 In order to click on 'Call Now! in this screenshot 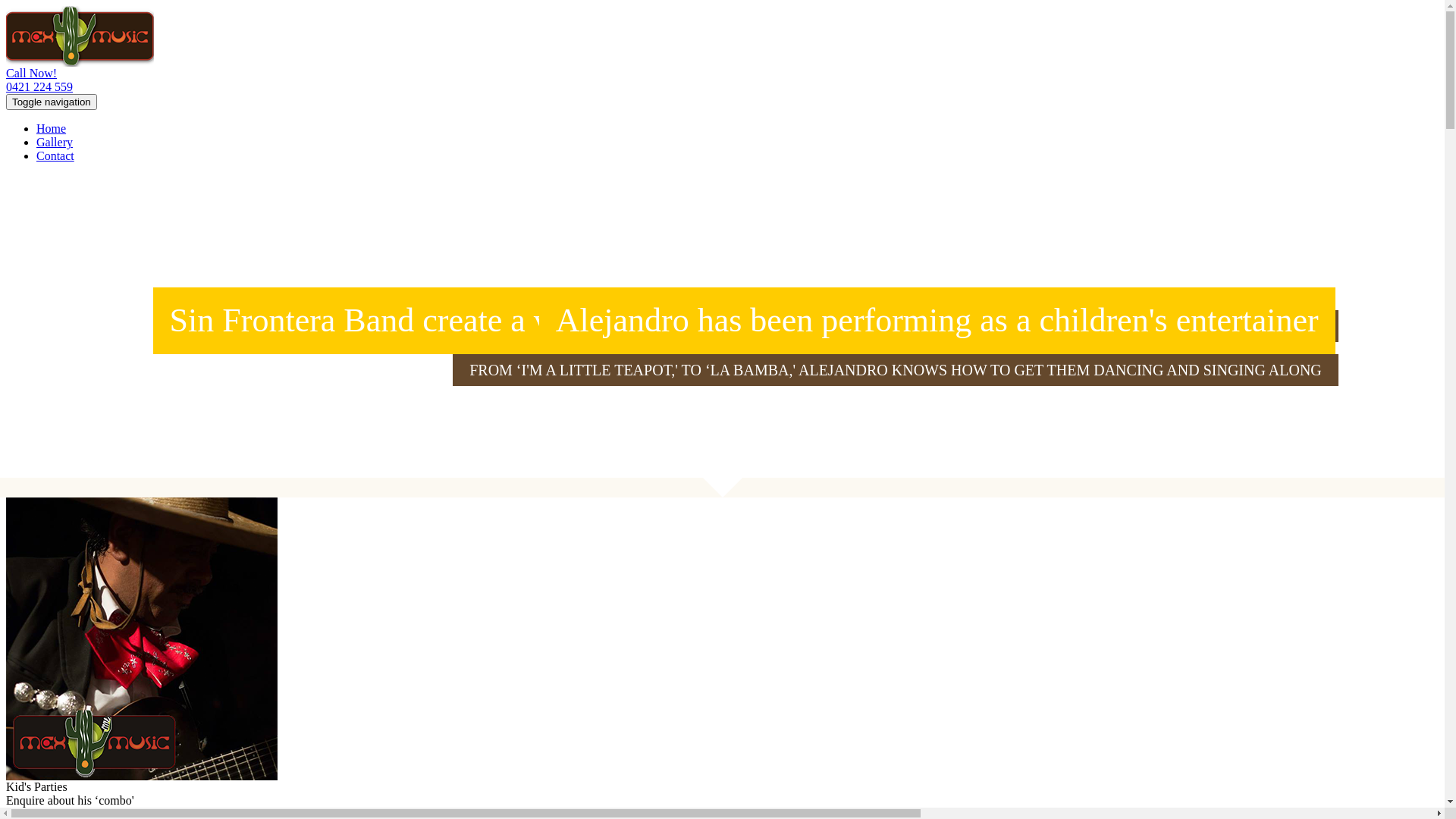, I will do `click(721, 80)`.